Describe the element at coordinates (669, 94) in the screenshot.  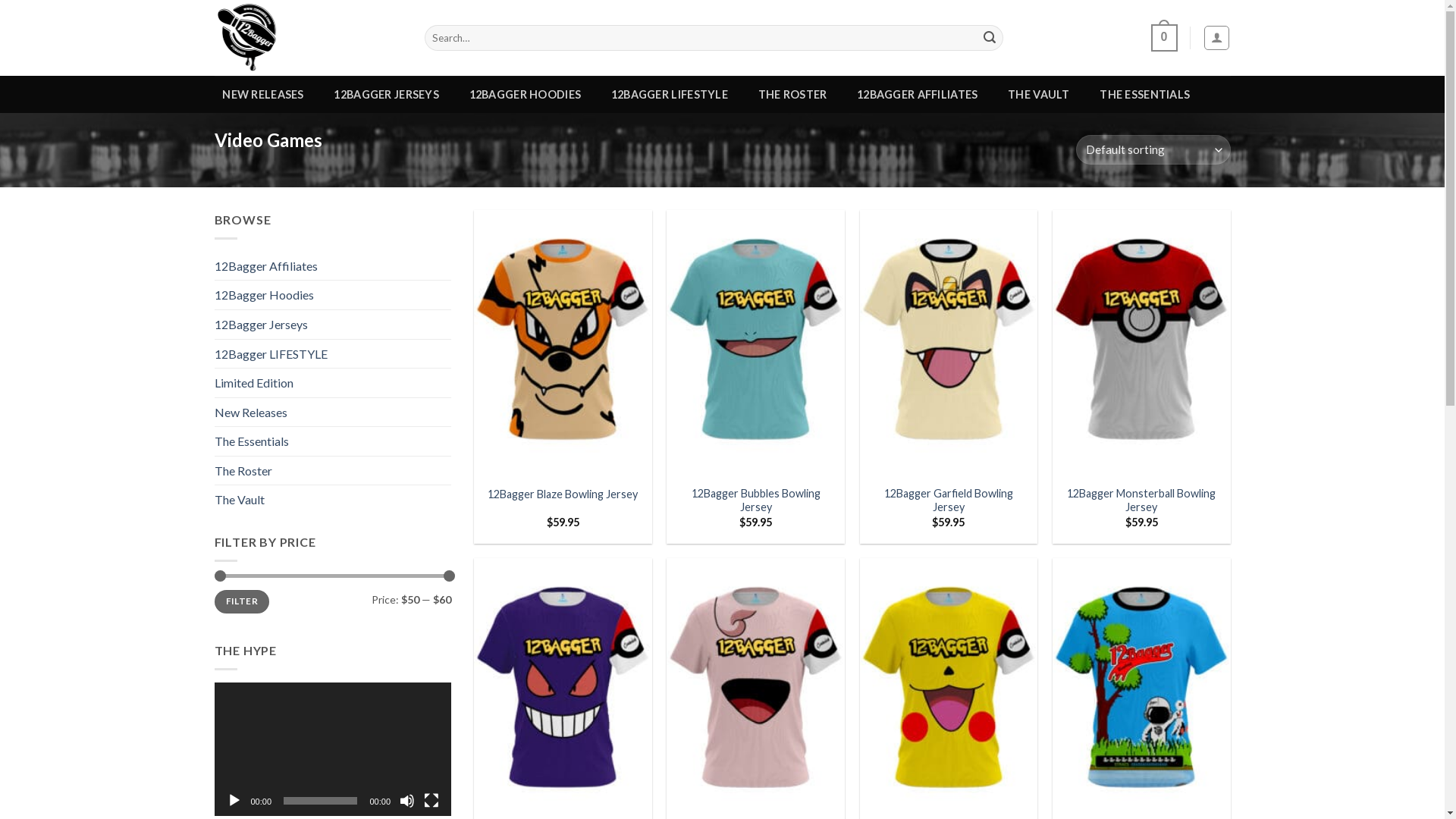
I see `'12BAGGER LIFESTYLE'` at that location.